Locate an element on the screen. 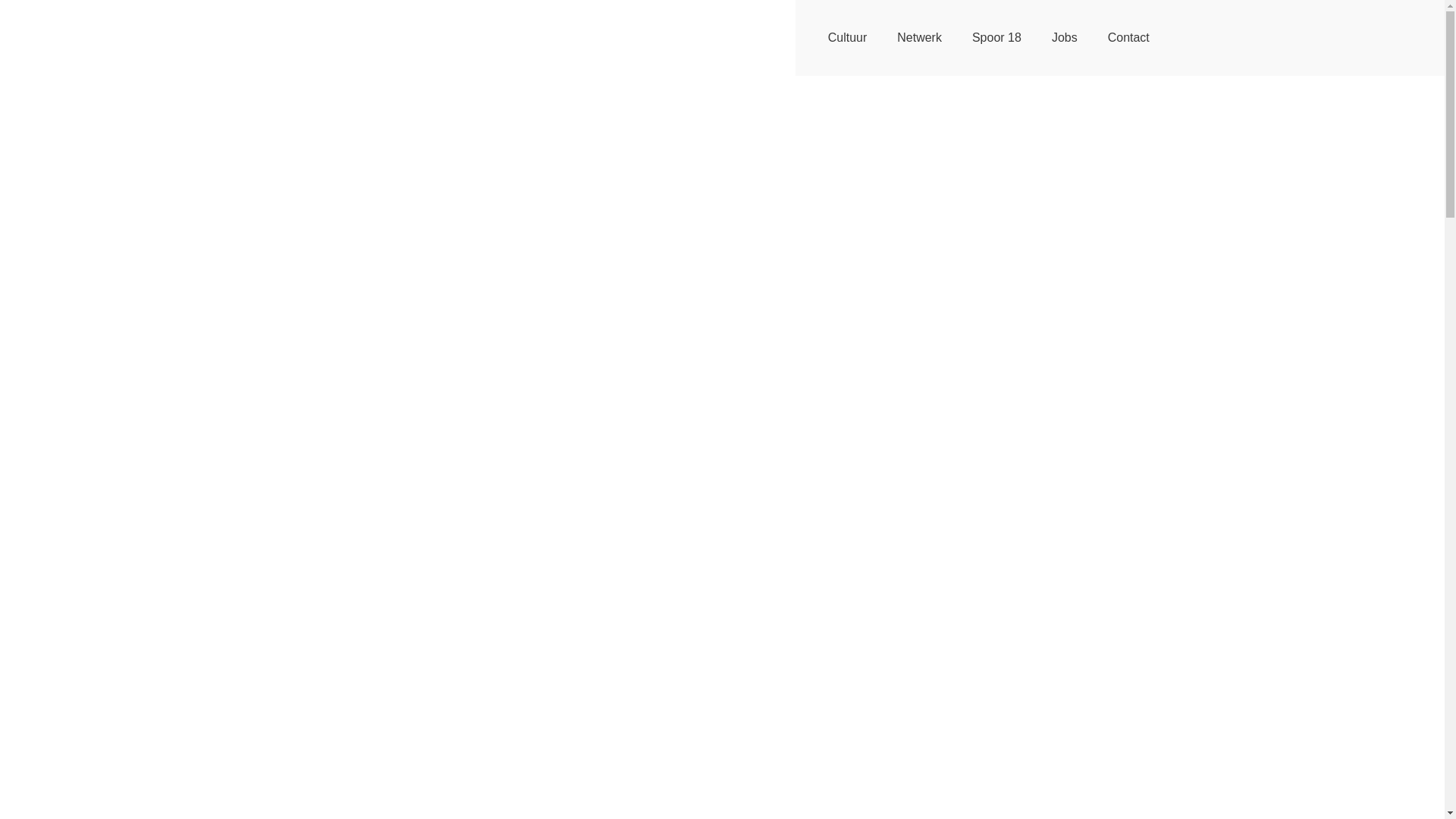 The width and height of the screenshot is (1456, 819). 'Jobs' is located at coordinates (1036, 37).